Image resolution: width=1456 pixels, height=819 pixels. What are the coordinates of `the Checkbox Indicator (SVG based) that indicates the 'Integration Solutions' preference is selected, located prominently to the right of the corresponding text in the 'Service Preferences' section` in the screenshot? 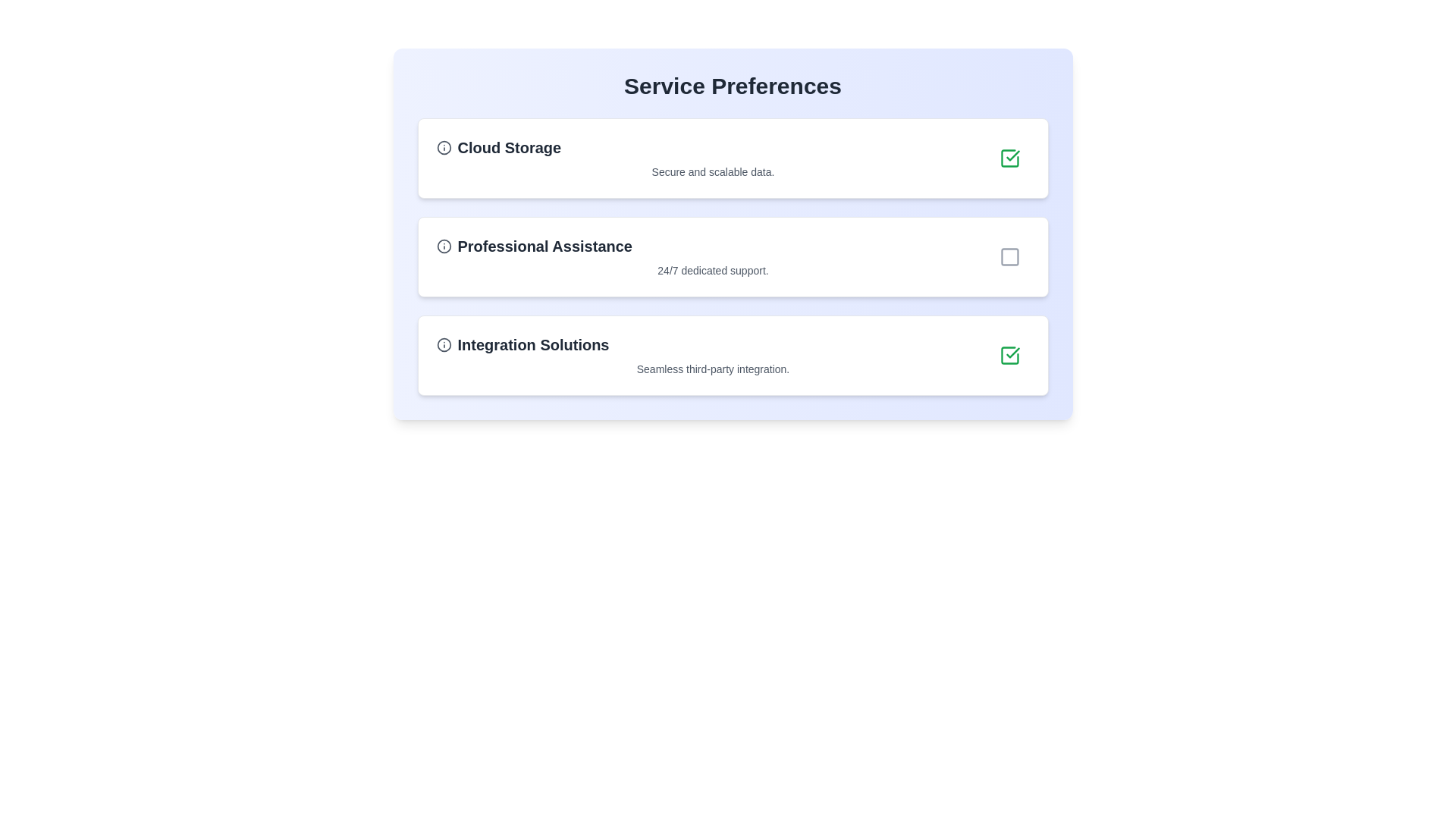 It's located at (1009, 356).